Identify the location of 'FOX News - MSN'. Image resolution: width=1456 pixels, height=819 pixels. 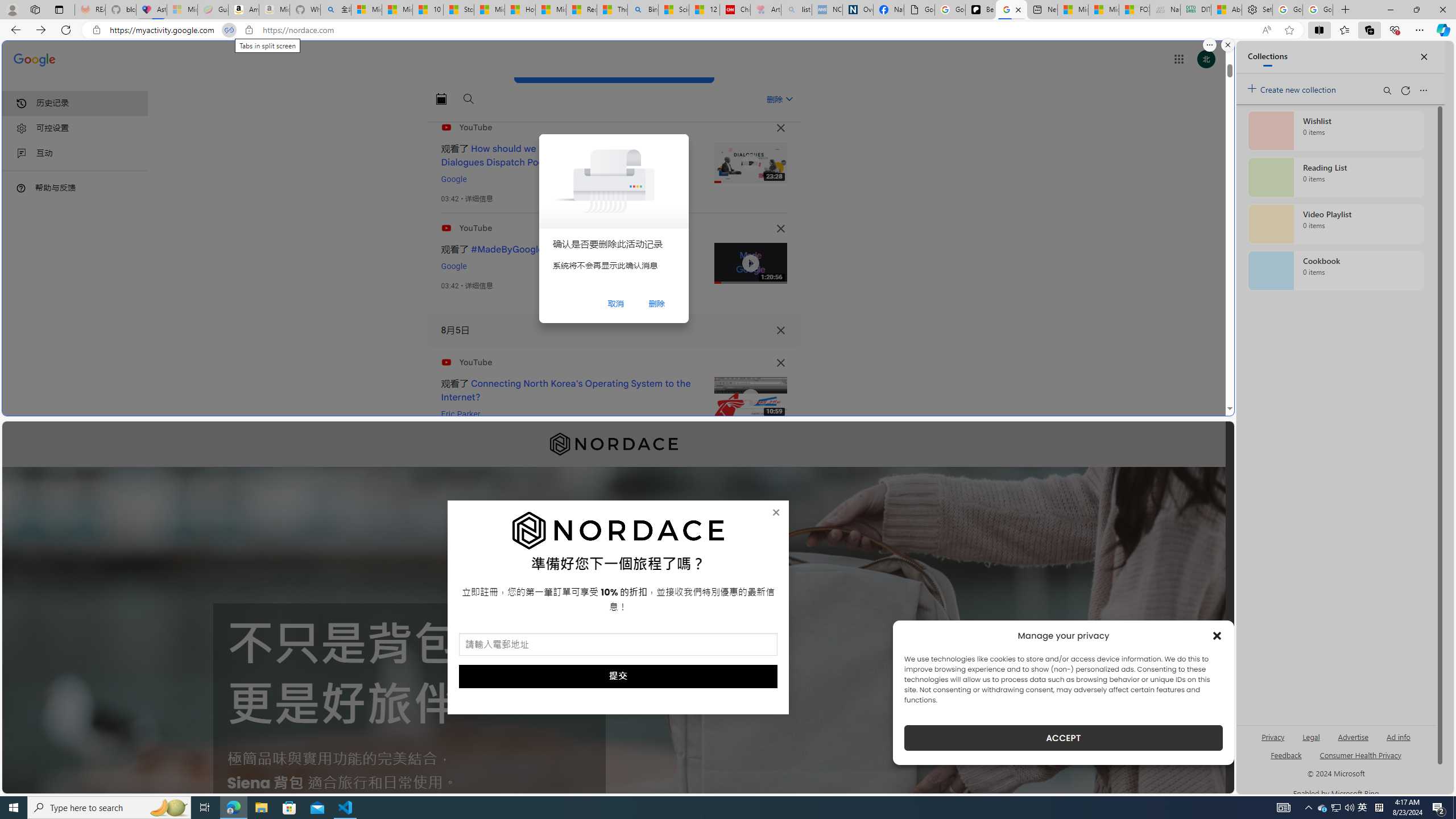
(1134, 9).